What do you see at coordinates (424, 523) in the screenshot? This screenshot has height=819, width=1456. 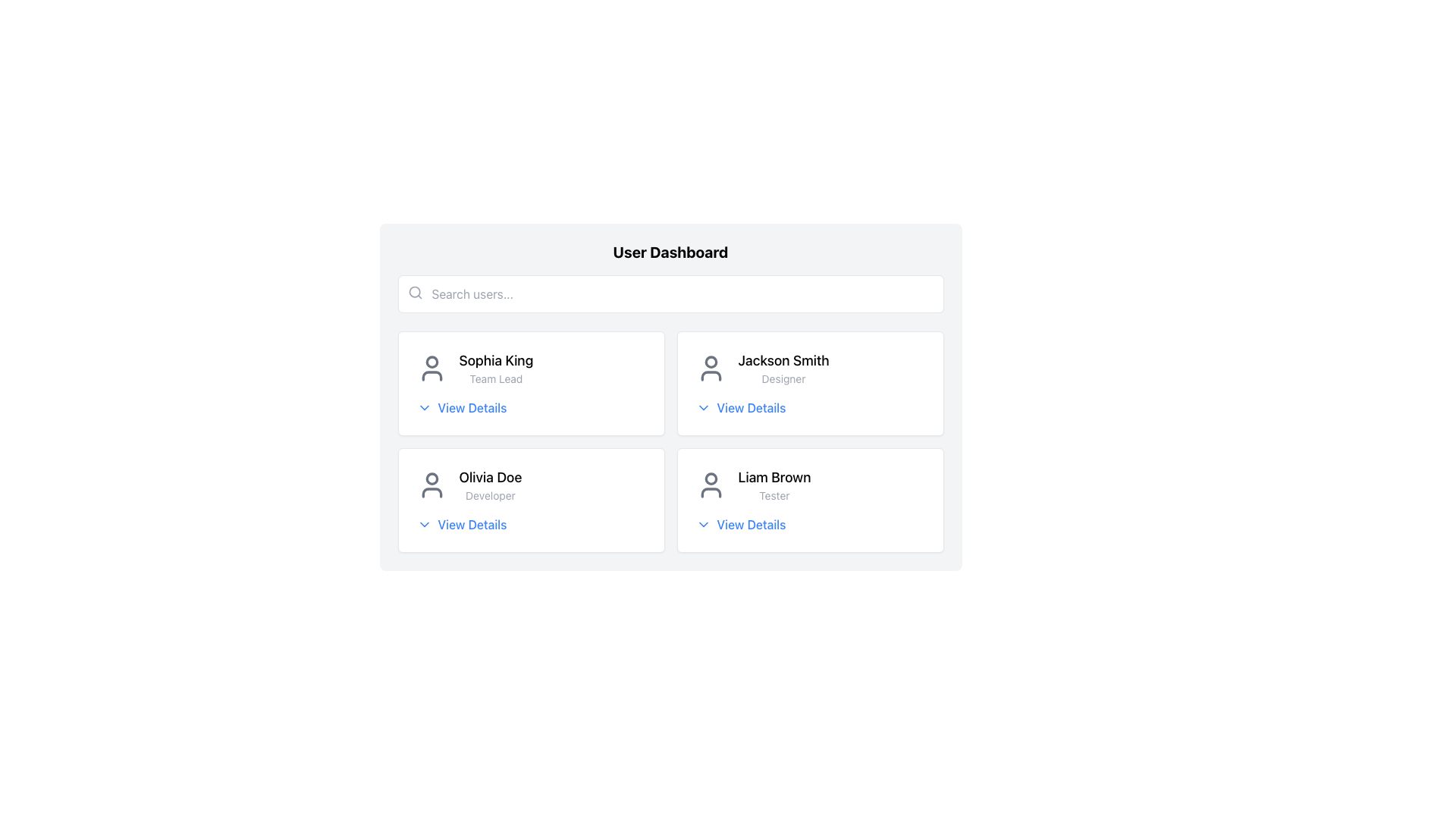 I see `the icon indicating expand/collapse details related to 'Olivia Doe' located within the 'View Details' text link` at bounding box center [424, 523].